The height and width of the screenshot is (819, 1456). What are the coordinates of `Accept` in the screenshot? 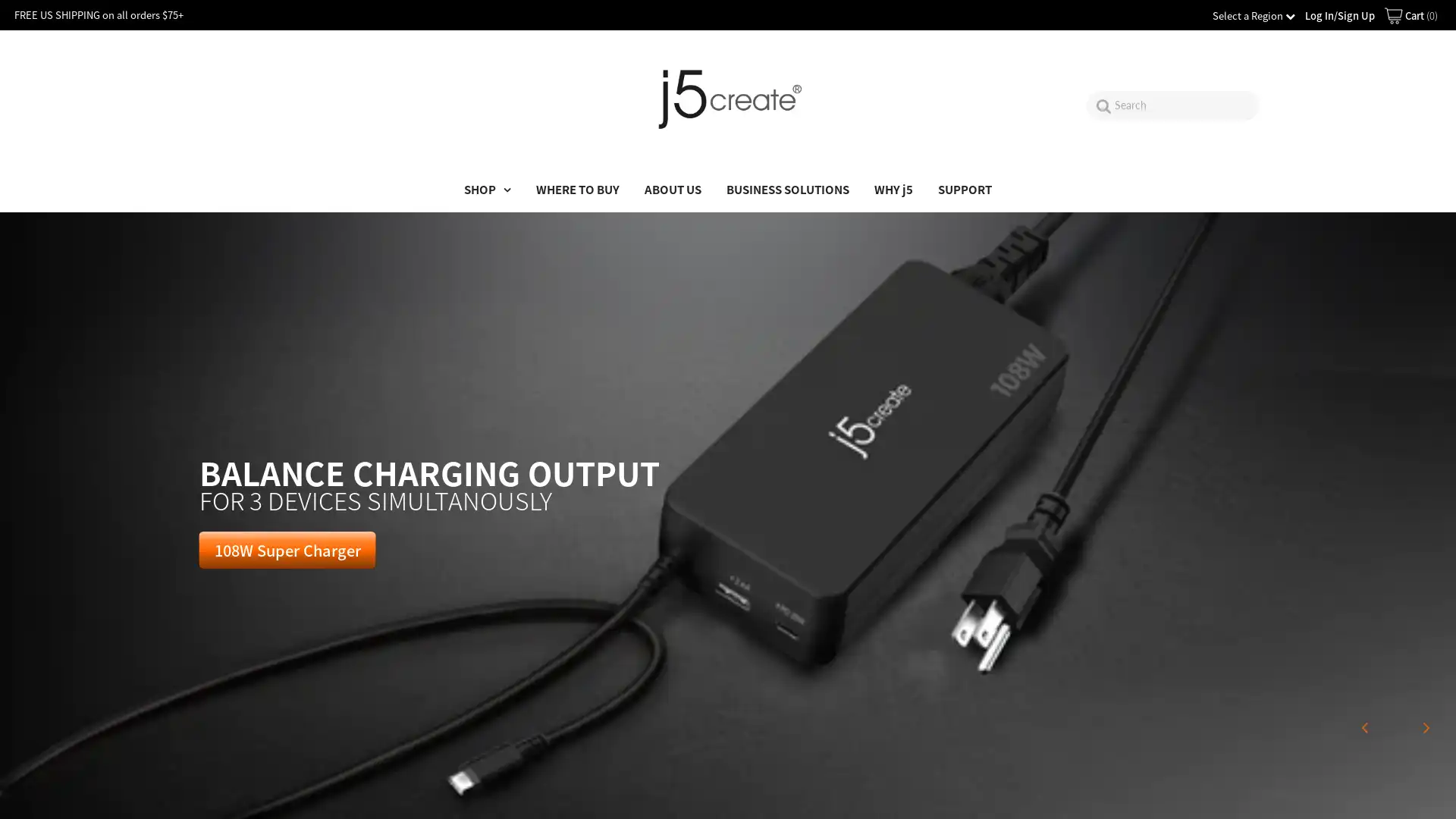 It's located at (1380, 792).